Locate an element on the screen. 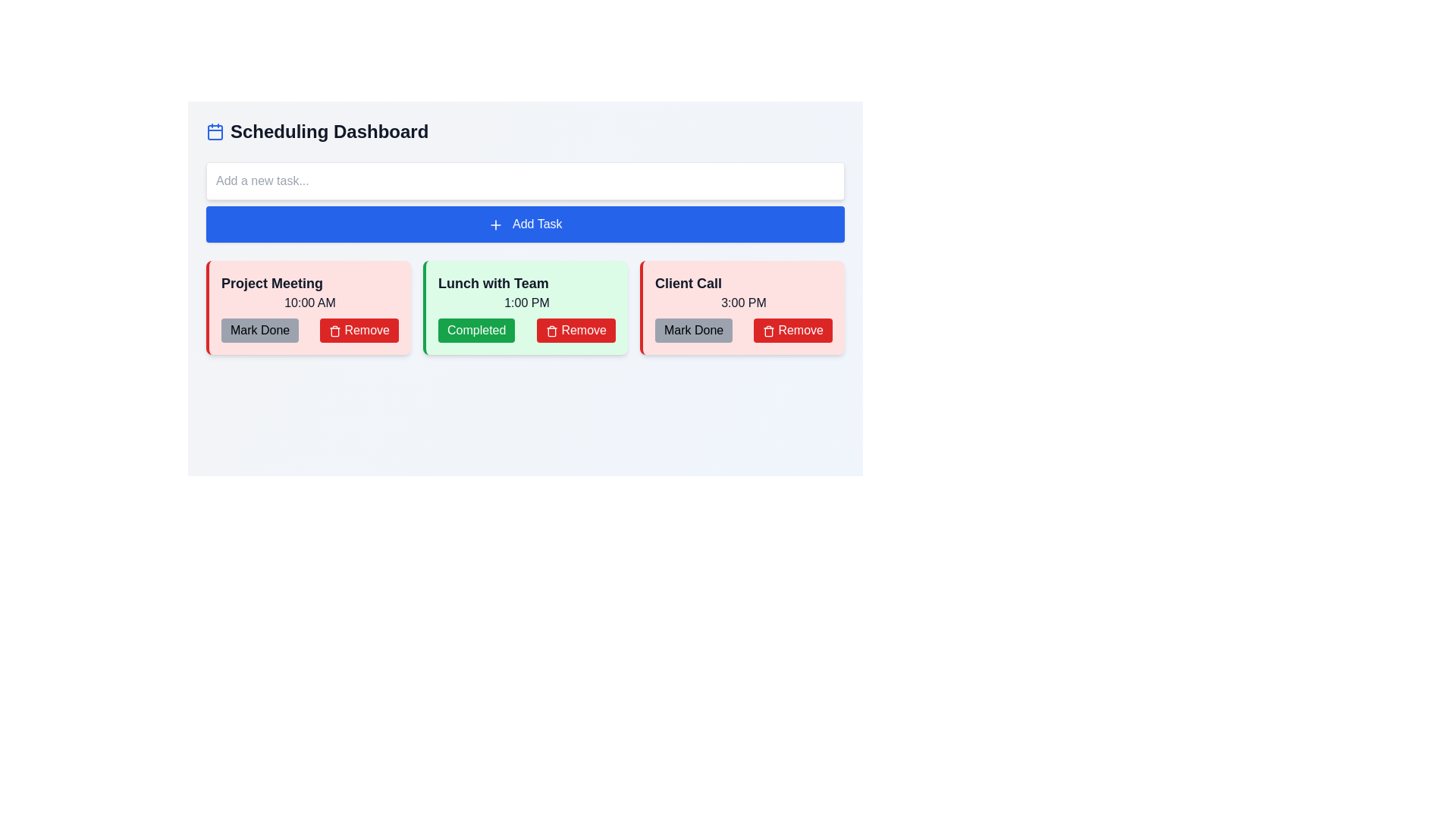  the task card titled 'Lunch with Team' is located at coordinates (525, 257).